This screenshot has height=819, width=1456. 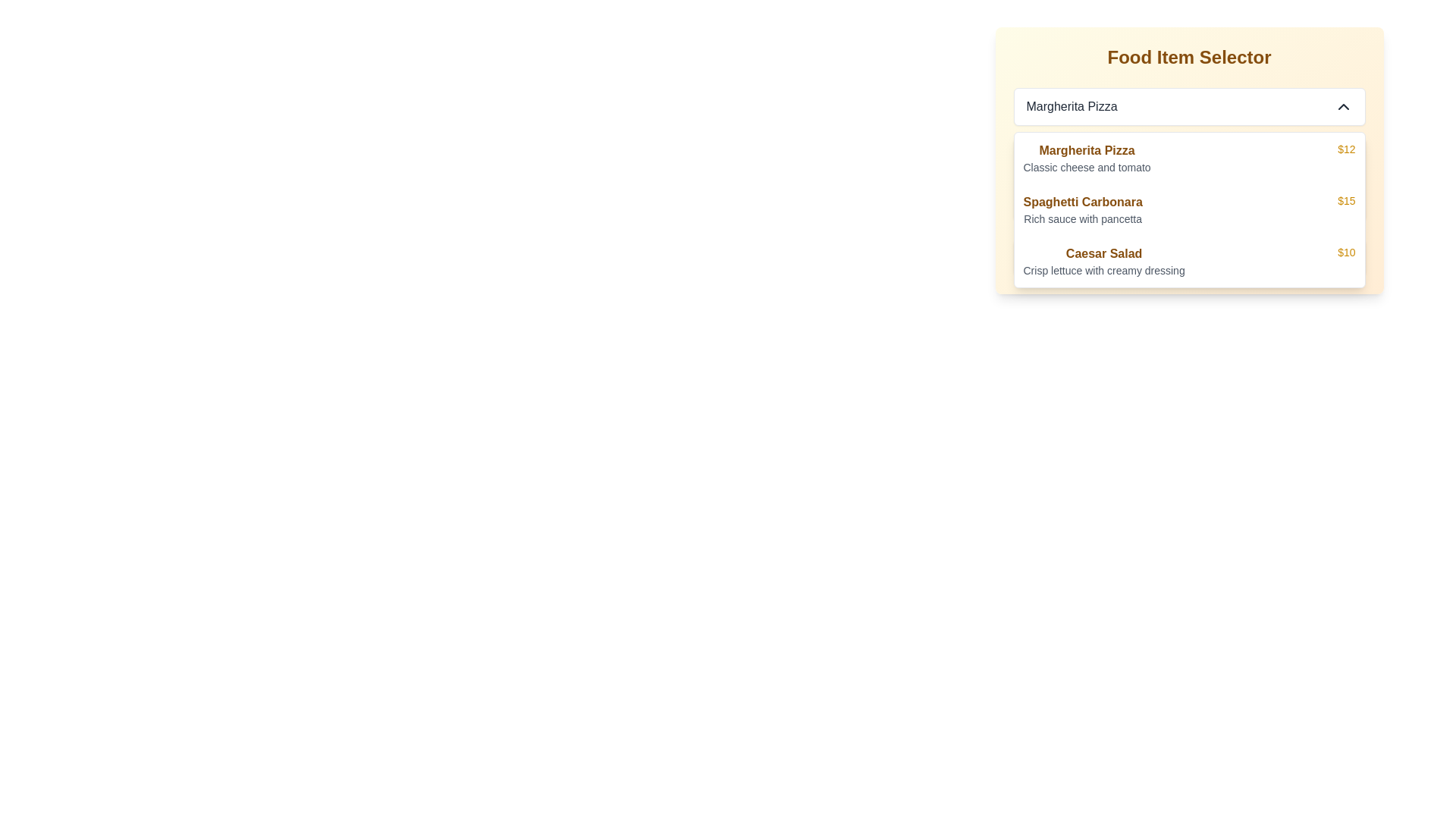 What do you see at coordinates (1188, 57) in the screenshot?
I see `the text label 'Food Item Selector' to check for any tooltip appearance` at bounding box center [1188, 57].